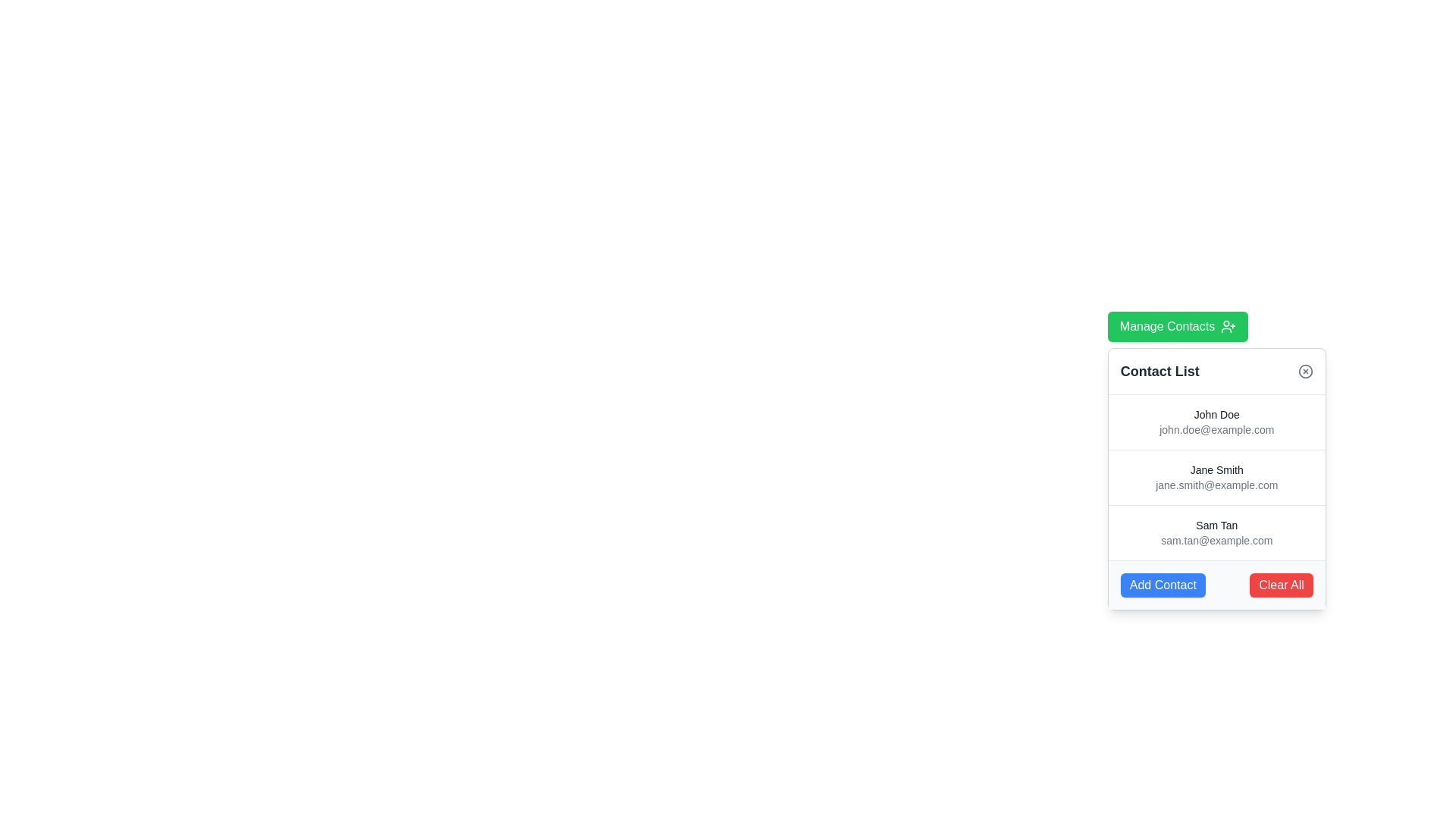 The height and width of the screenshot is (819, 1456). I want to click on the 'Contact List' label in the header section of the contact management card to identify its purpose, so click(1159, 371).